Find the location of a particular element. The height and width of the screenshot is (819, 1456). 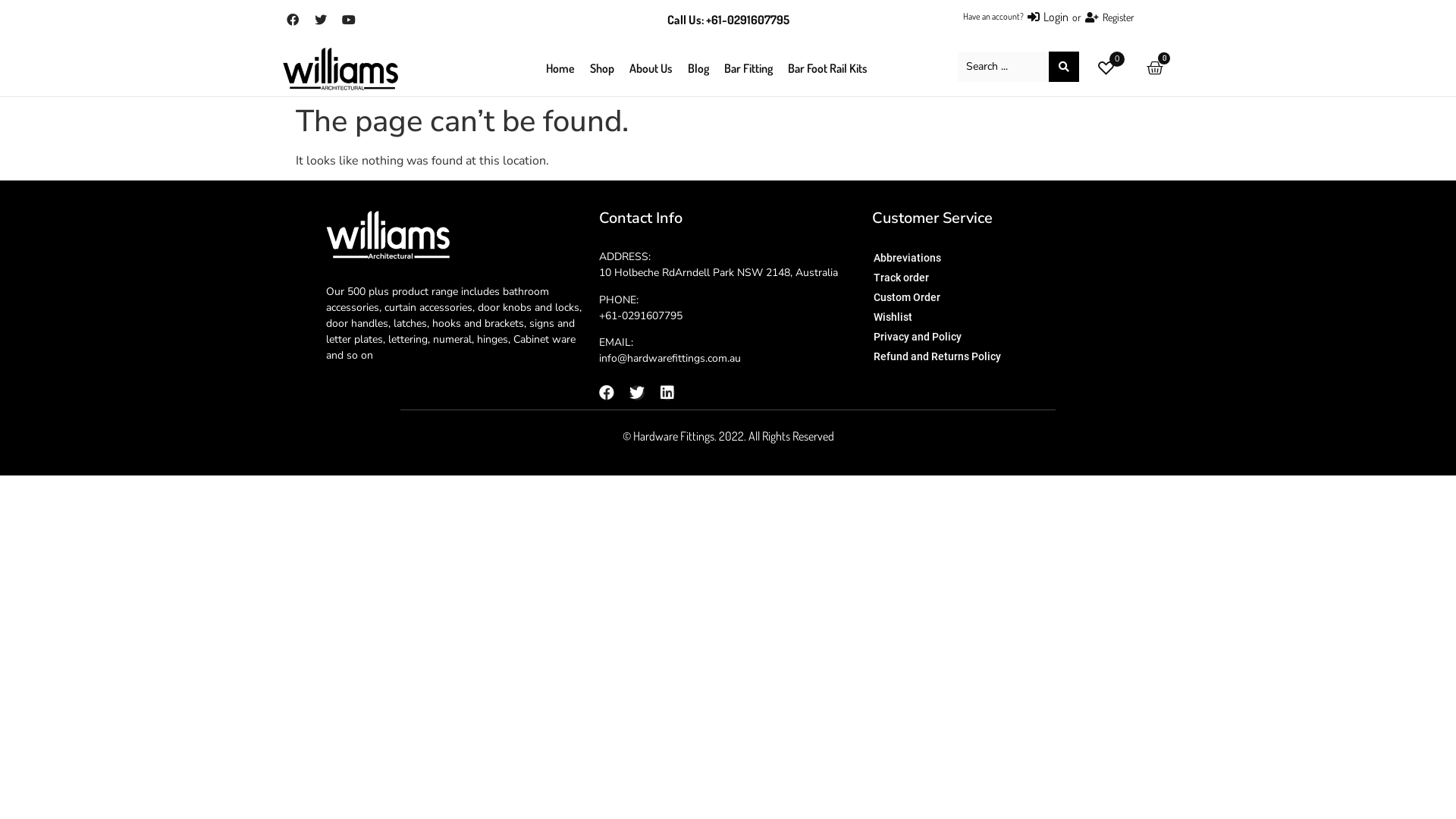

'About Us' is located at coordinates (626, 66).